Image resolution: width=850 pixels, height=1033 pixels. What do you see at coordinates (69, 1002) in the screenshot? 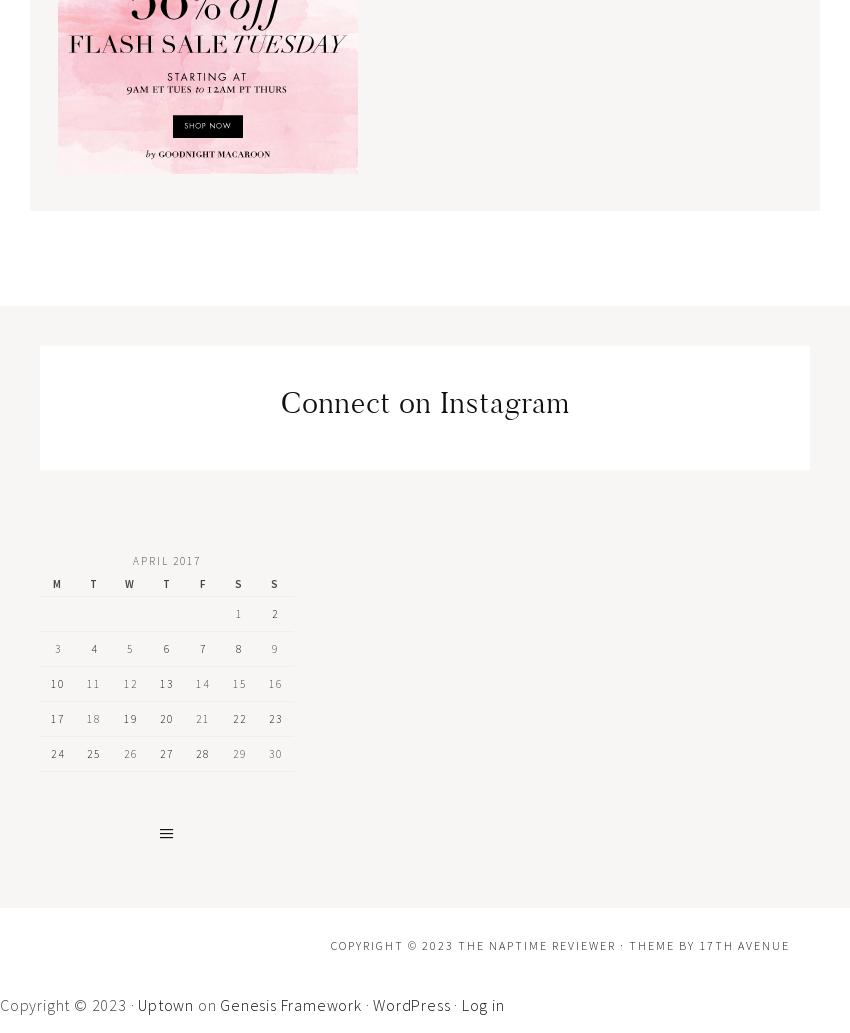
I see `'Copyright © 2023 ·'` at bounding box center [69, 1002].